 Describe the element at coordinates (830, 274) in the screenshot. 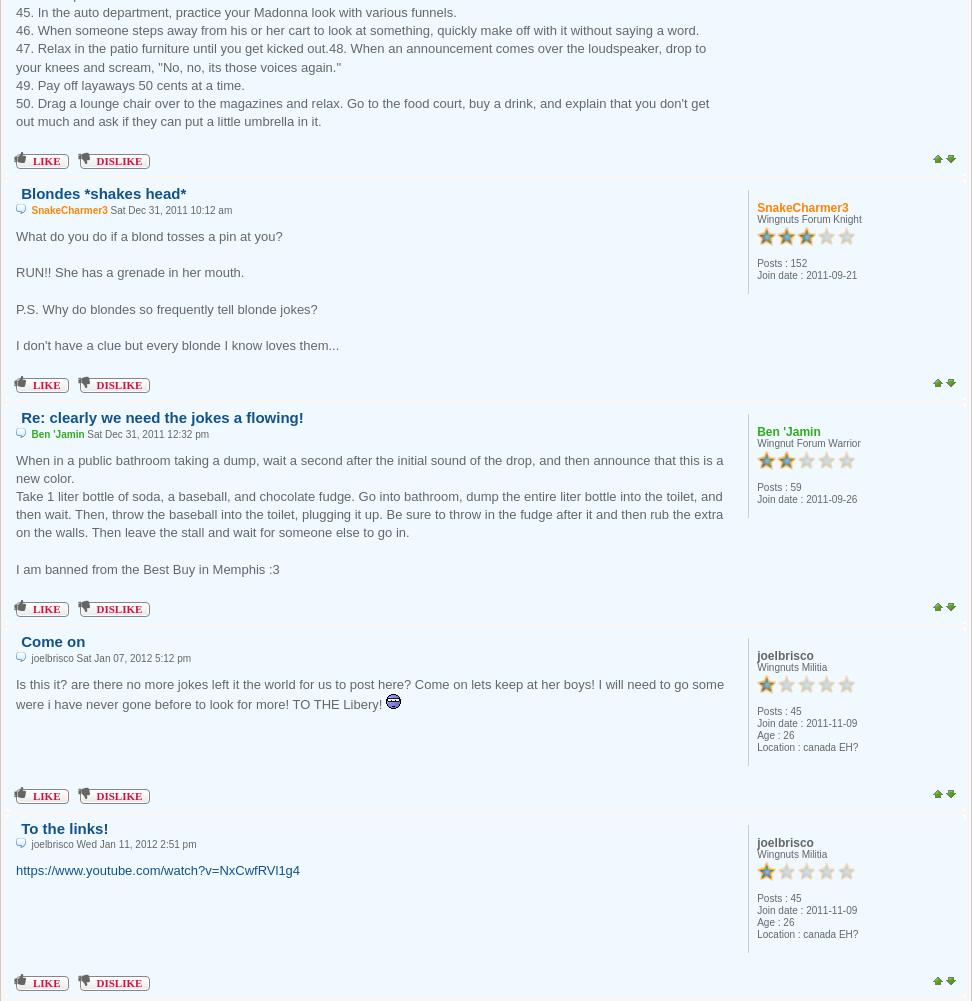

I see `'2011-09-21'` at that location.